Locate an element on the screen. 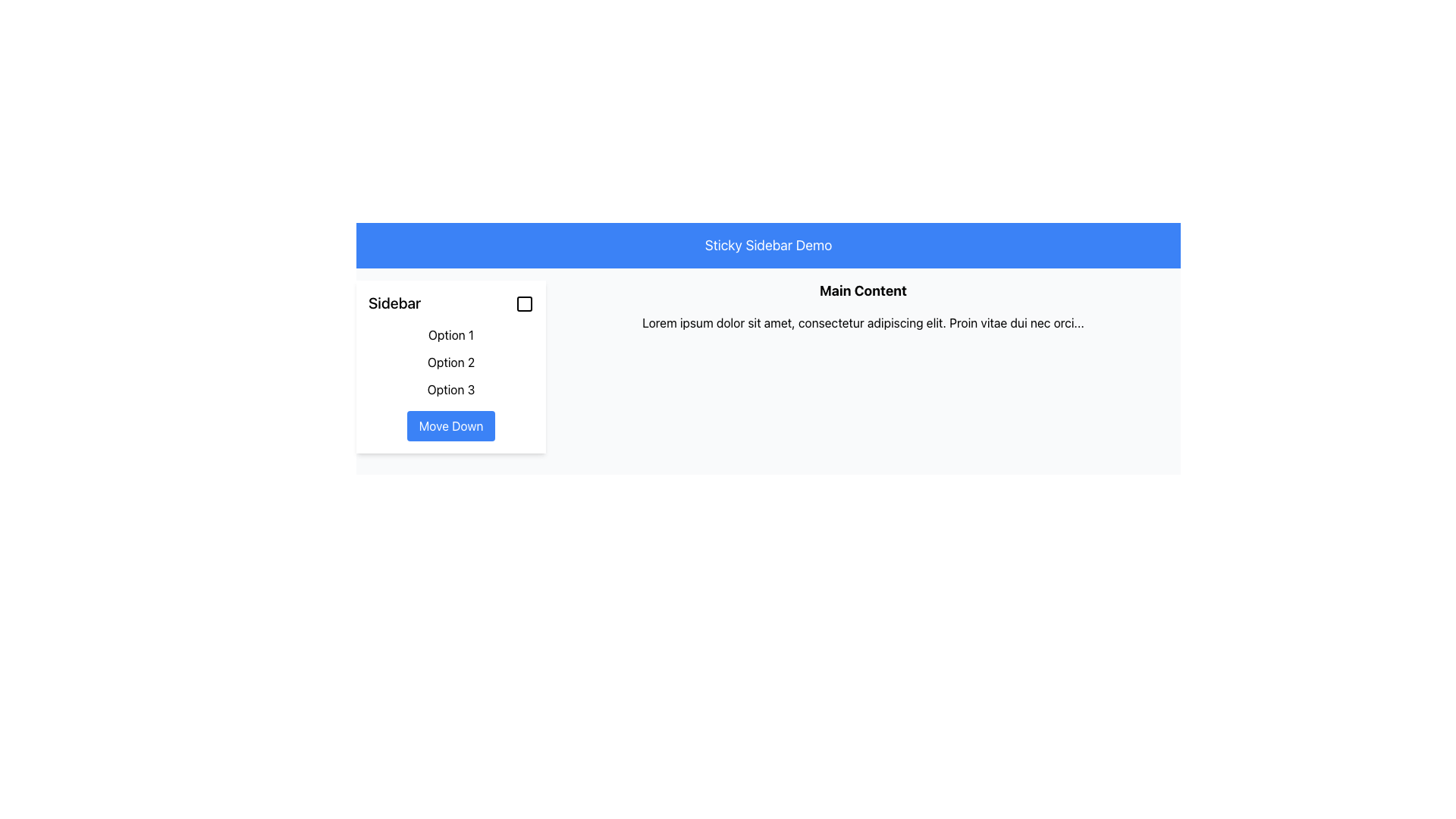 The width and height of the screenshot is (1456, 819). the Text Display element located beneath the header 'Main Content' that presents a line of text is located at coordinates (863, 322).